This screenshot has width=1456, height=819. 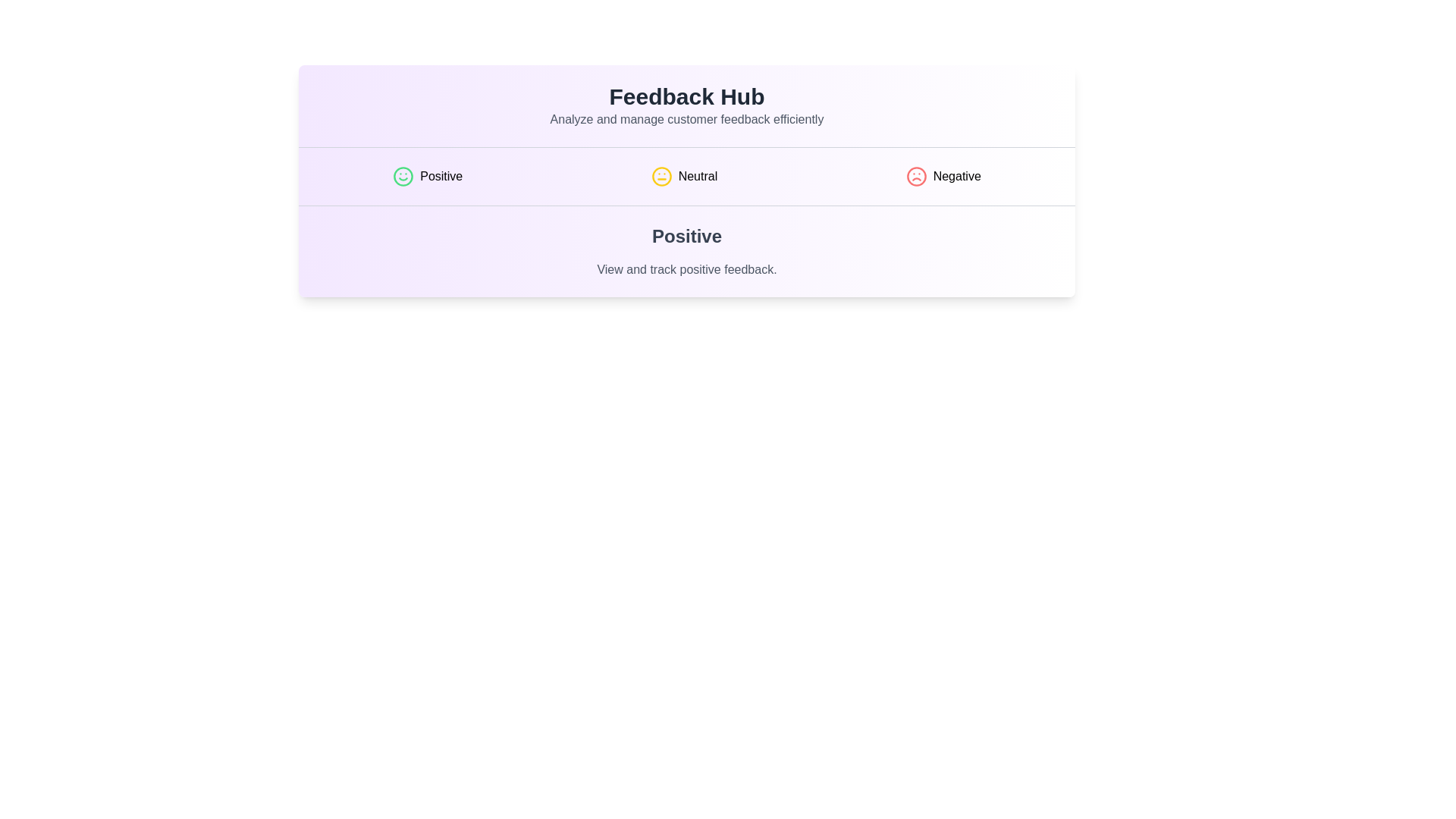 What do you see at coordinates (683, 175) in the screenshot?
I see `the Neutral tab by clicking on its button` at bounding box center [683, 175].